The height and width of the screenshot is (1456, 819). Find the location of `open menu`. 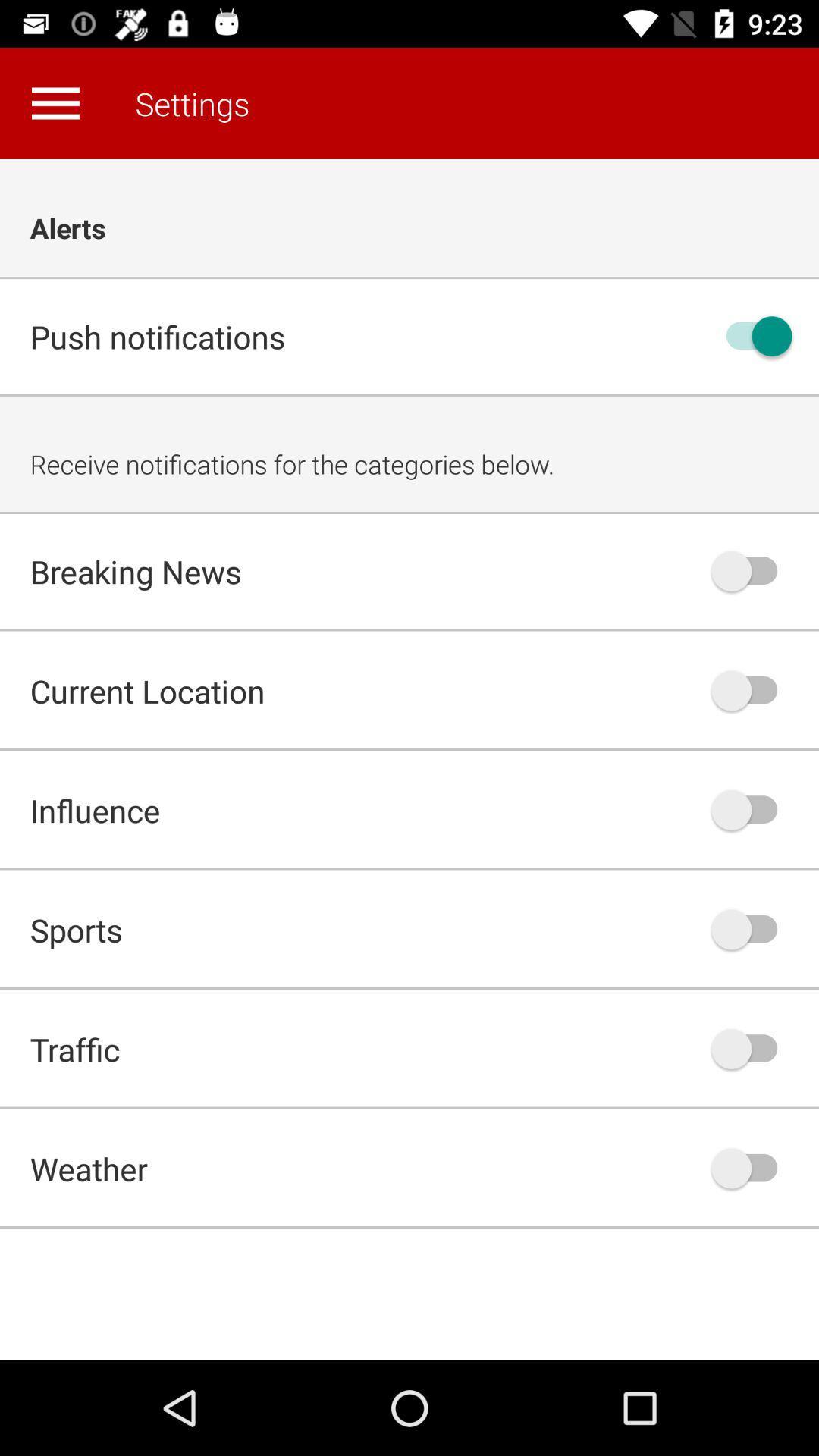

open menu is located at coordinates (55, 102).